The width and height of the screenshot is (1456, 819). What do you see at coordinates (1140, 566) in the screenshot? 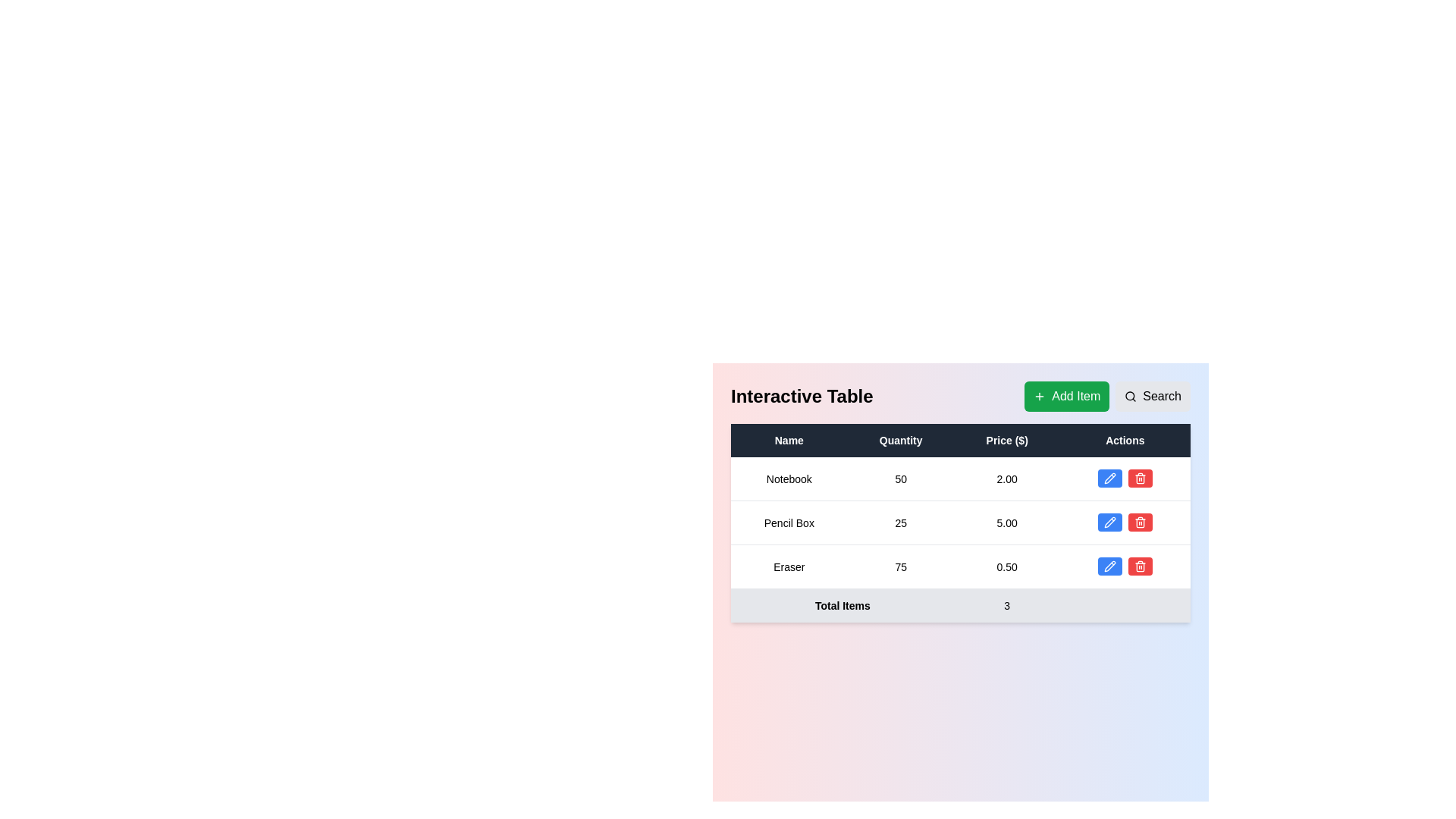
I see `the small red button with a white trashcan icon located in the 'Actions' column of the third row of the table, which is positioned directly to the right of a blue button with a pencil icon` at bounding box center [1140, 566].